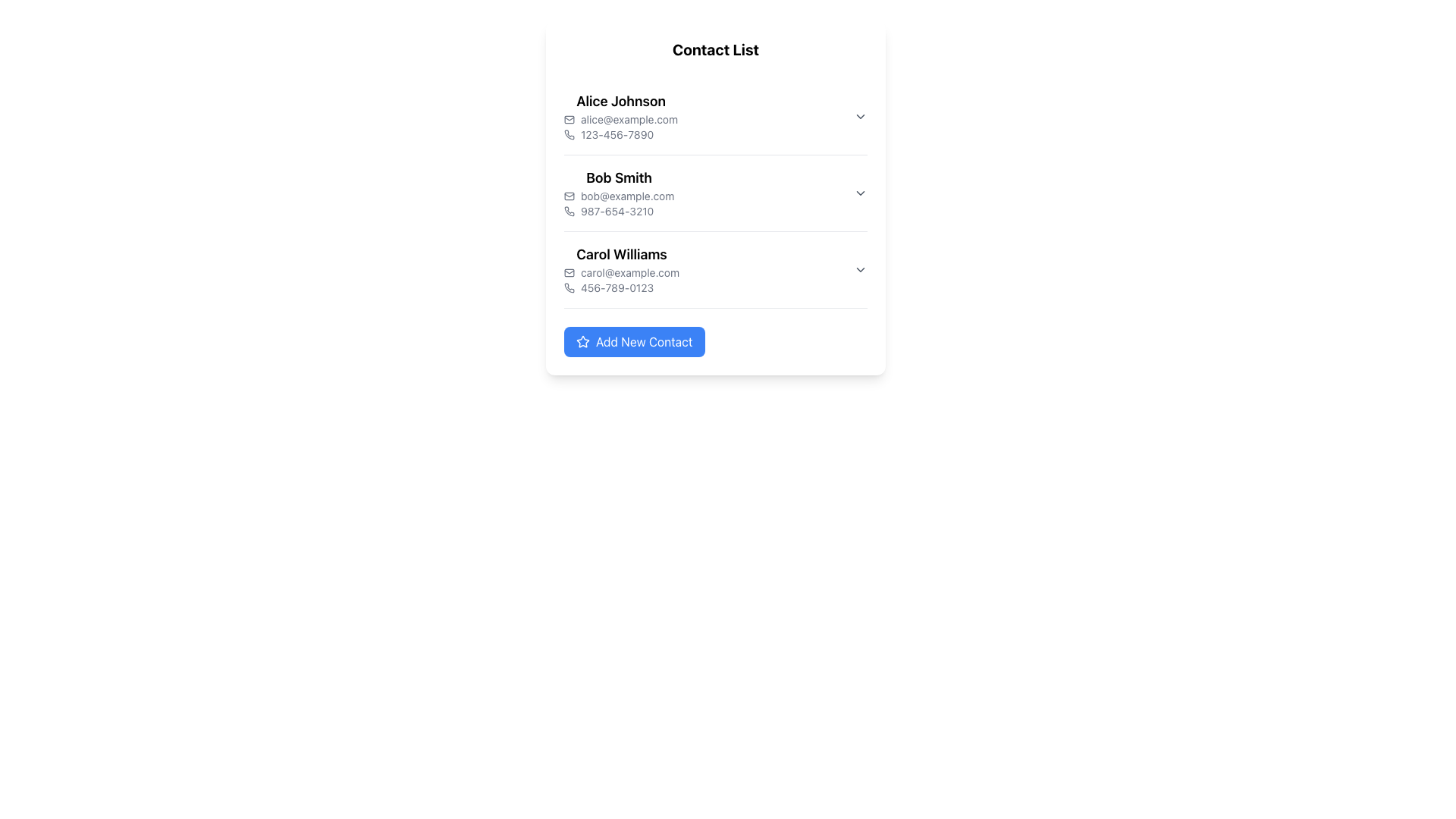 This screenshot has height=819, width=1456. I want to click on the phone number icon representing the contact 'Bob Smith' in the second row of the contact list, which is visually associated with the text '987-654-3210', so click(568, 211).